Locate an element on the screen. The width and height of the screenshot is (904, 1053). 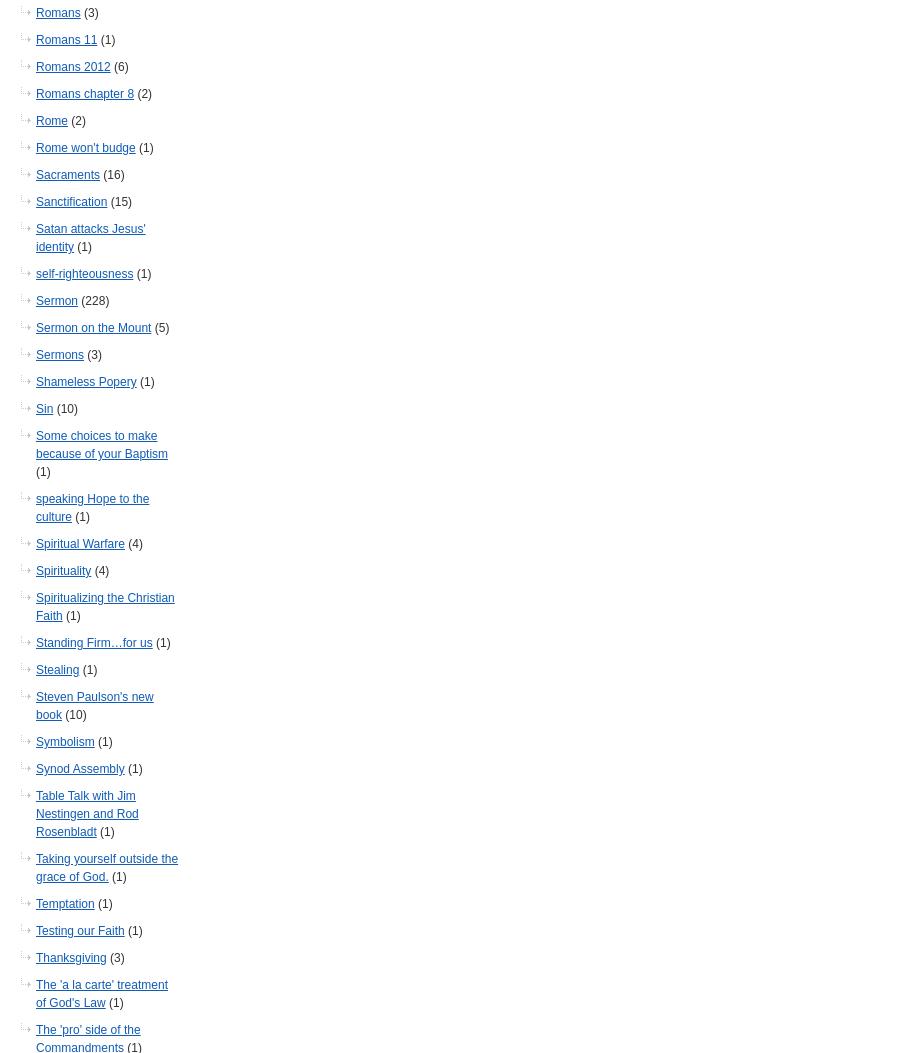
'Sermon' is located at coordinates (34, 300).